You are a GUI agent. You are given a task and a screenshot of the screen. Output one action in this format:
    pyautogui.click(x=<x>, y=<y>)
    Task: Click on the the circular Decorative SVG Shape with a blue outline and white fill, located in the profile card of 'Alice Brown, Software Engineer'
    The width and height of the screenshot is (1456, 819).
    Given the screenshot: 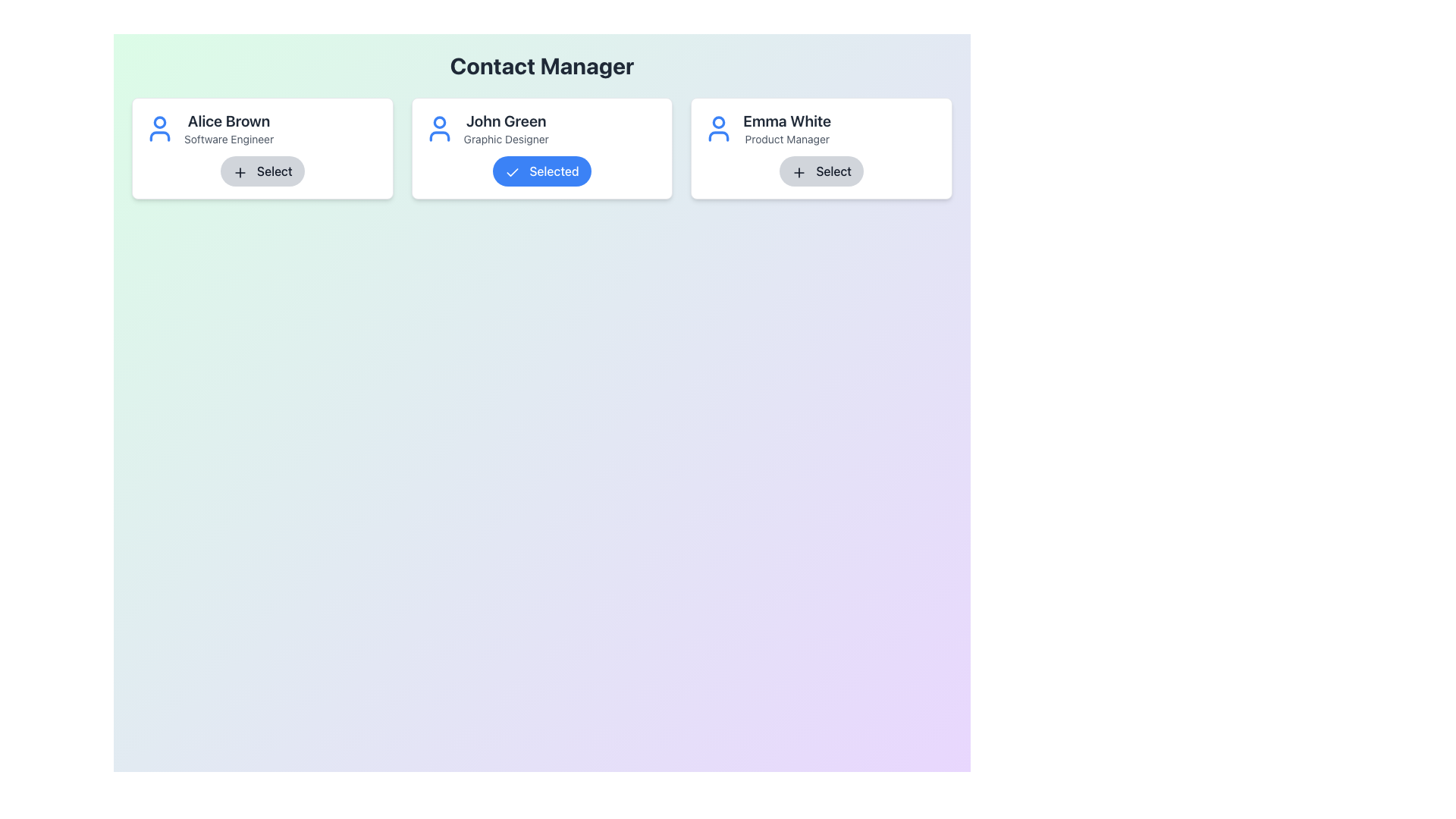 What is the action you would take?
    pyautogui.click(x=160, y=121)
    